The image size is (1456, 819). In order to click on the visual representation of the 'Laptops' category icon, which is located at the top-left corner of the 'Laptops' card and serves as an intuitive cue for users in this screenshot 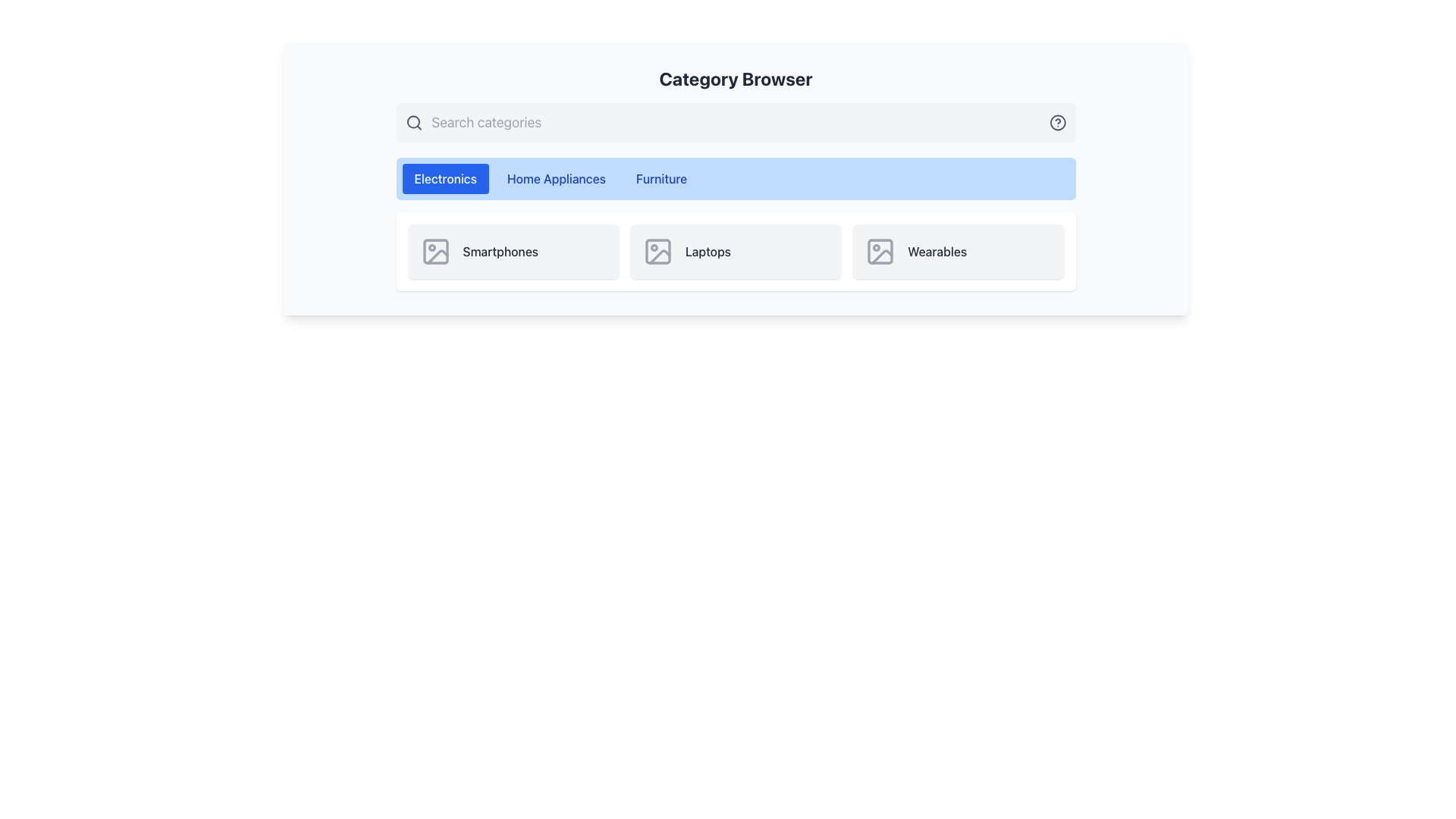, I will do `click(657, 250)`.